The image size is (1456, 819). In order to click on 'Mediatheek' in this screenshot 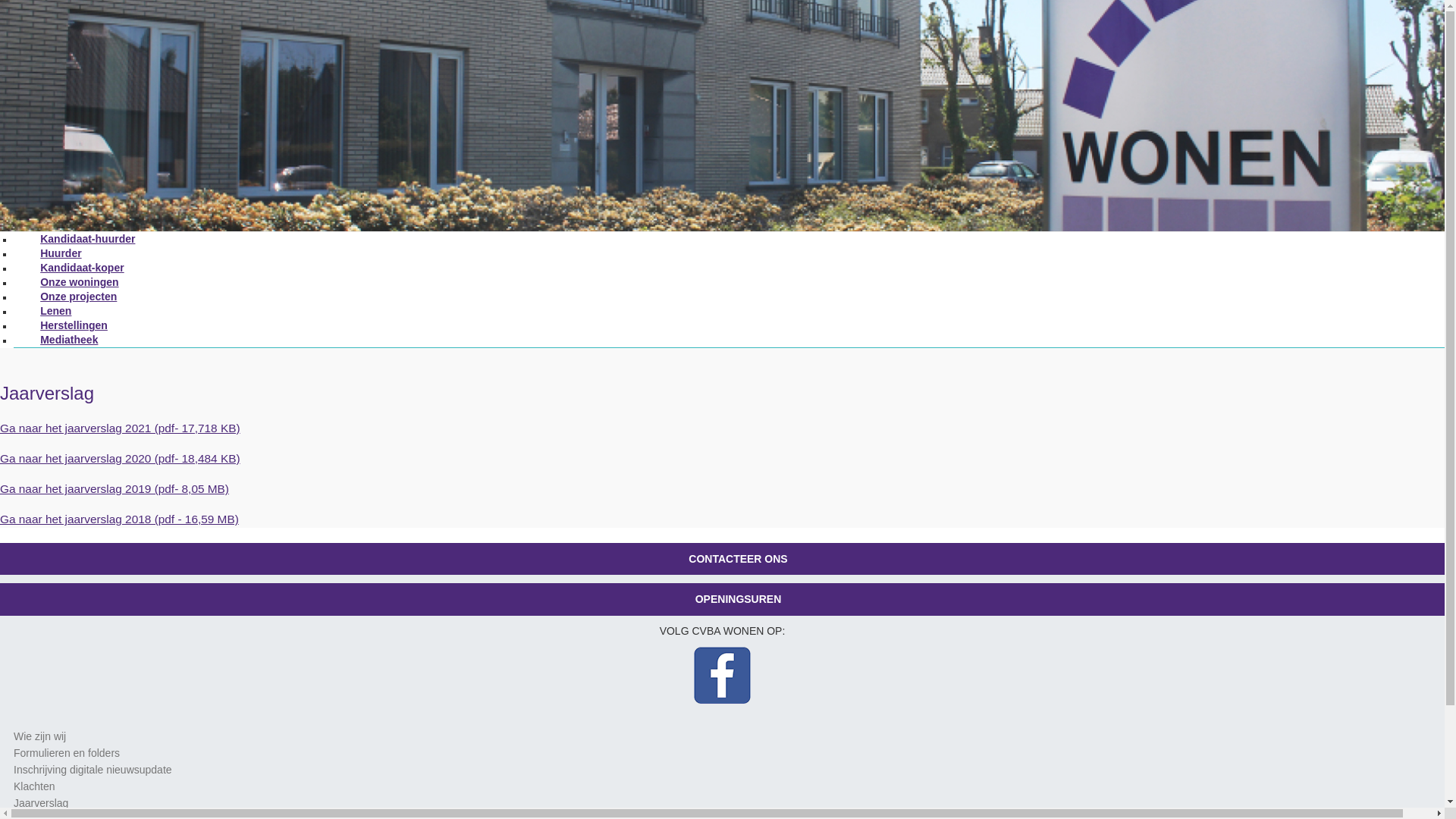, I will do `click(68, 340)`.